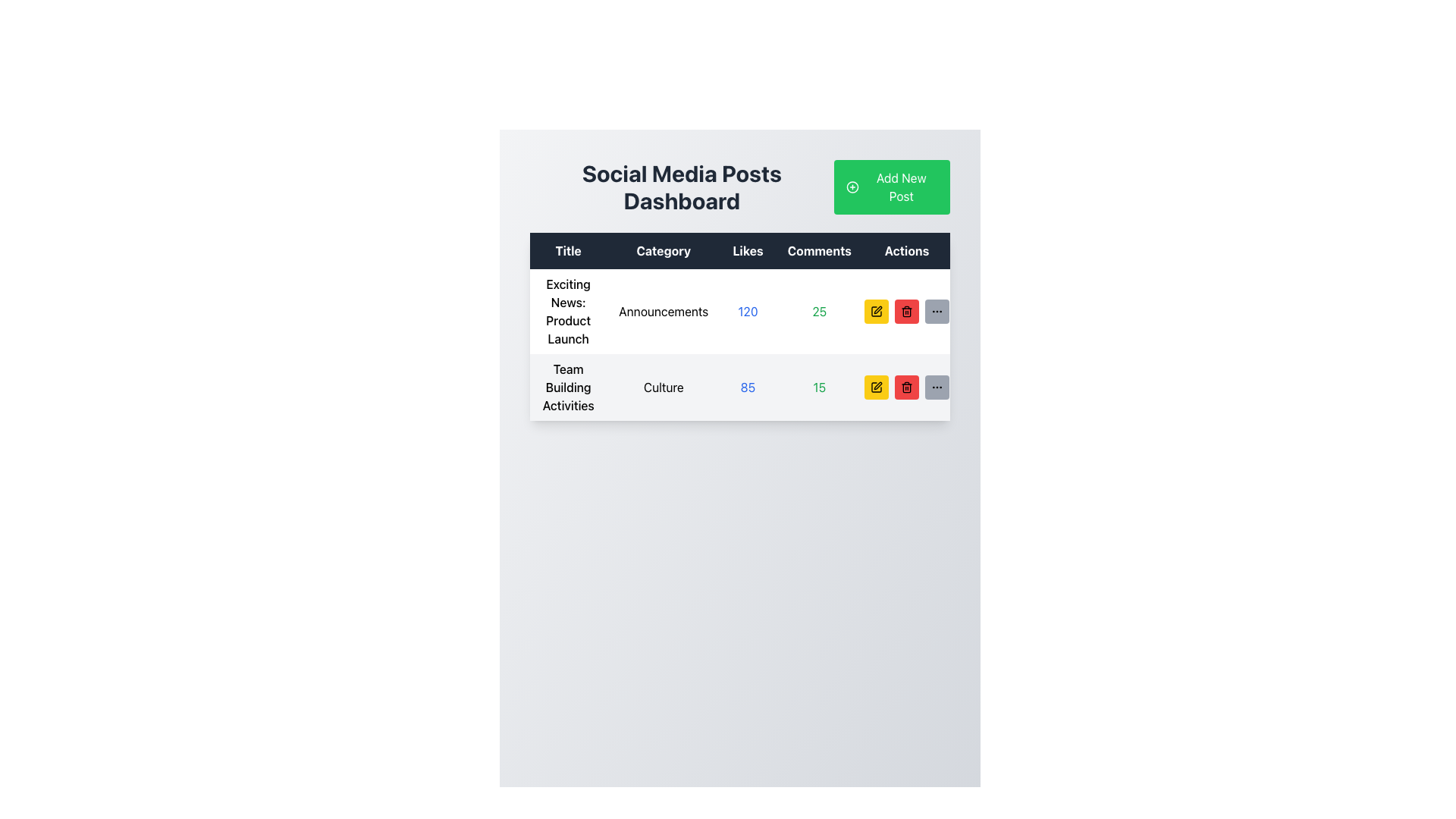 This screenshot has width=1456, height=819. Describe the element at coordinates (877, 386) in the screenshot. I see `the edit button located in the second row of the table under the 'Actions' column to initiate an edit operation for the corresponding data` at that location.